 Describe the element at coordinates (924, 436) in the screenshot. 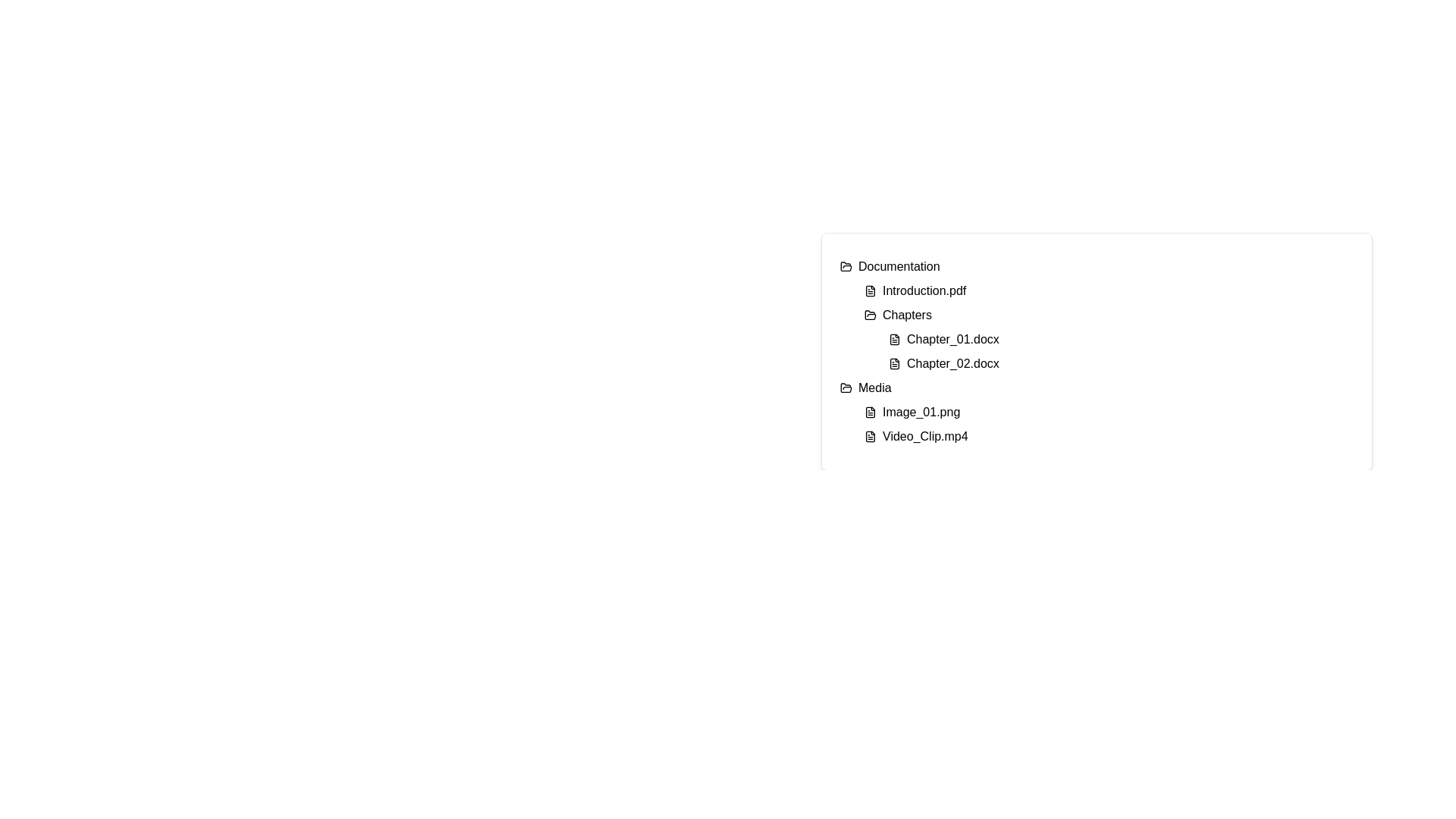

I see `the text label representing the file name 'Video_Clip.mp4'` at that location.